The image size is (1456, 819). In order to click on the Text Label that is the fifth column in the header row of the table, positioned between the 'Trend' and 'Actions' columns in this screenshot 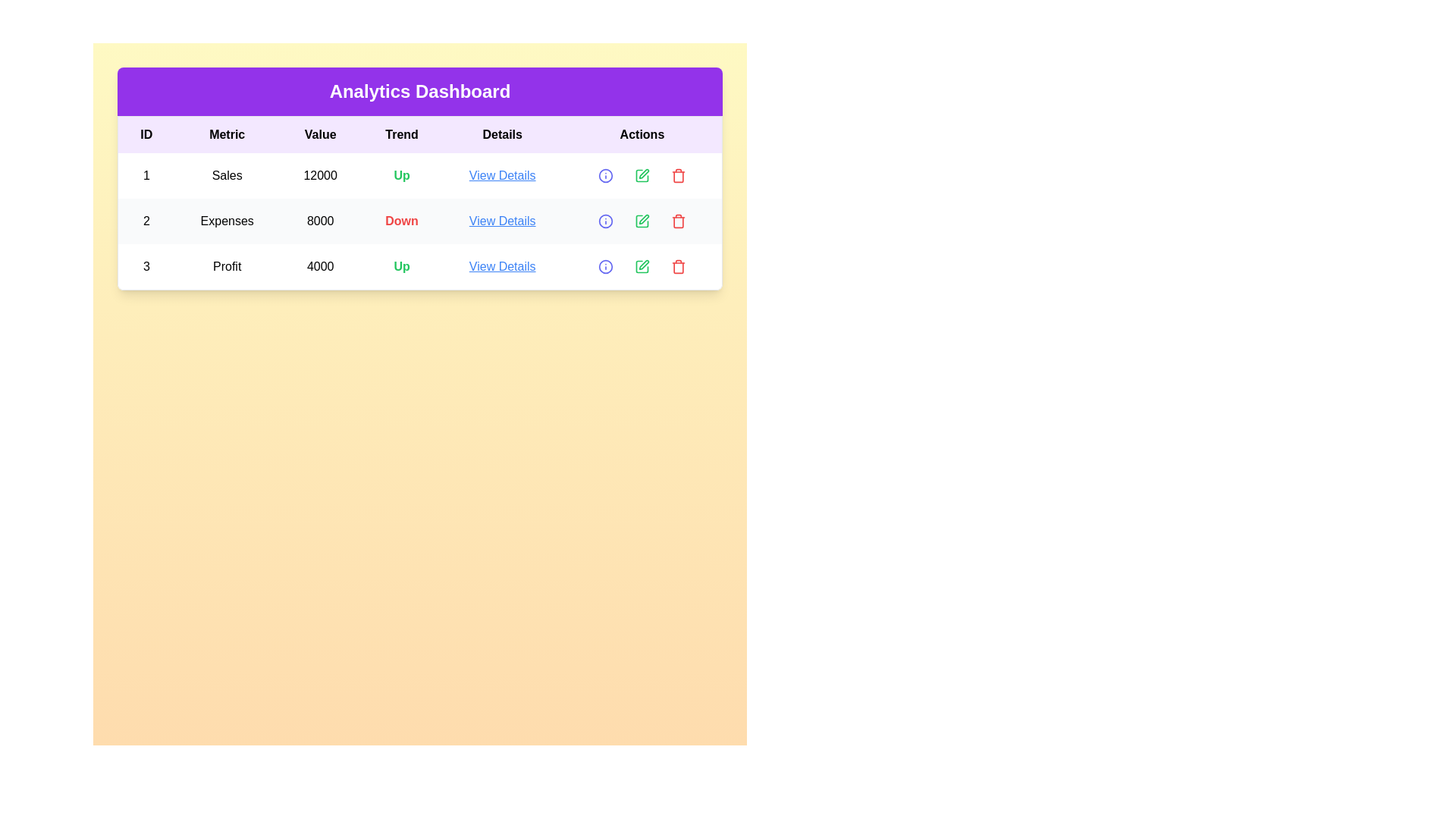, I will do `click(502, 133)`.